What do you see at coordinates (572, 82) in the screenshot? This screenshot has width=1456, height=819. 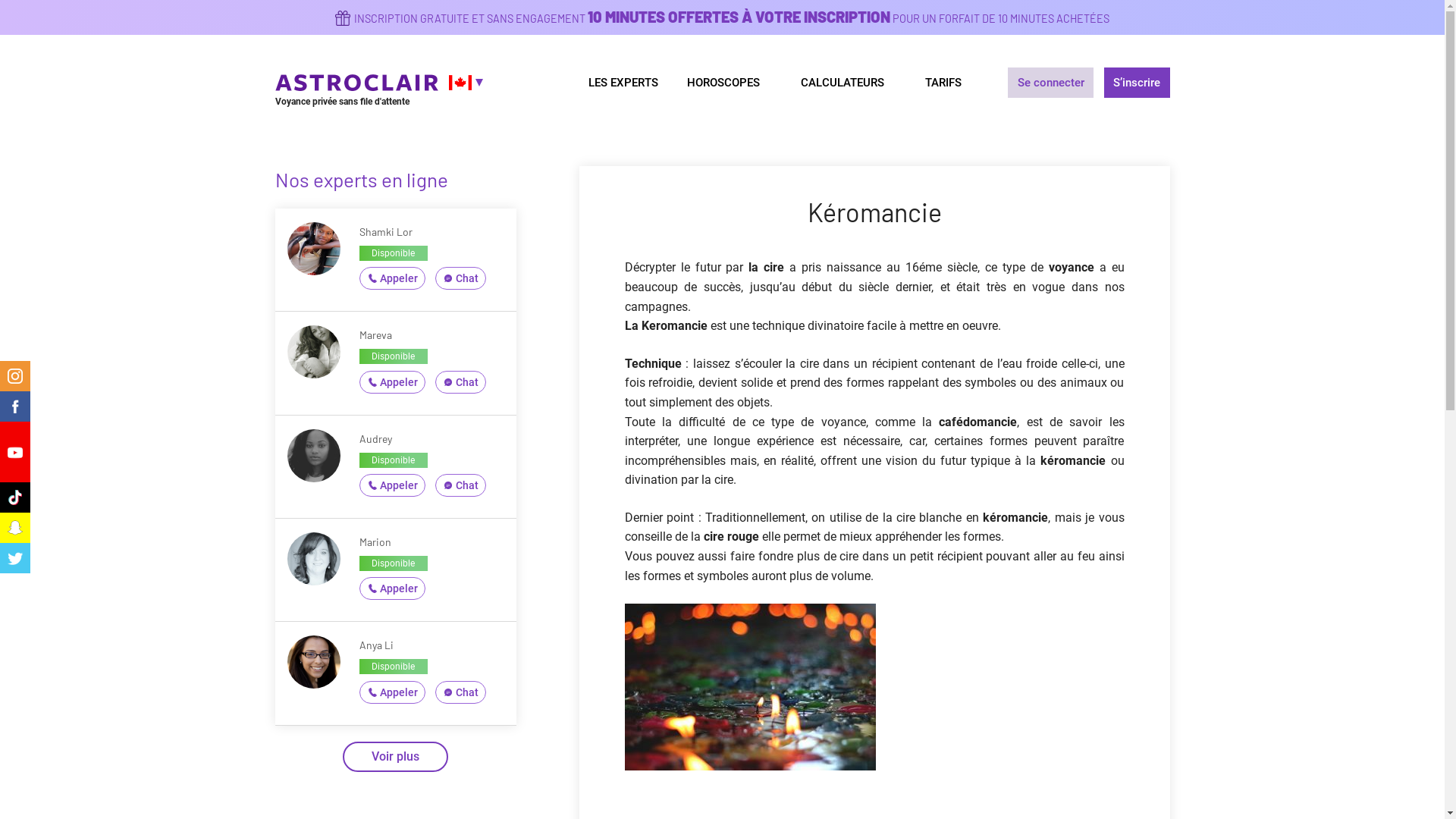 I see `'LES EXPERTS'` at bounding box center [572, 82].